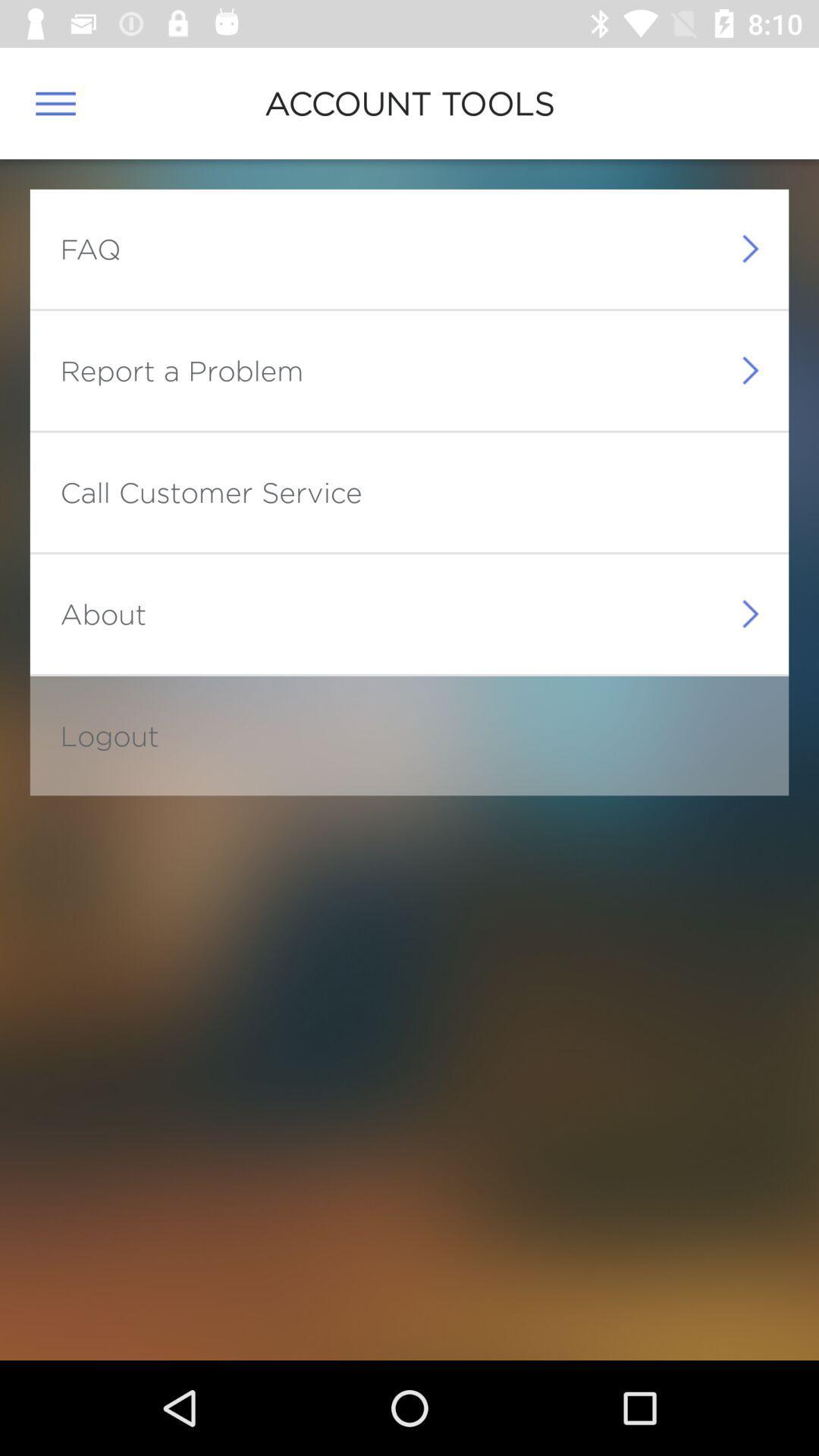 The width and height of the screenshot is (819, 1456). Describe the element at coordinates (211, 492) in the screenshot. I see `the call customer service icon` at that location.